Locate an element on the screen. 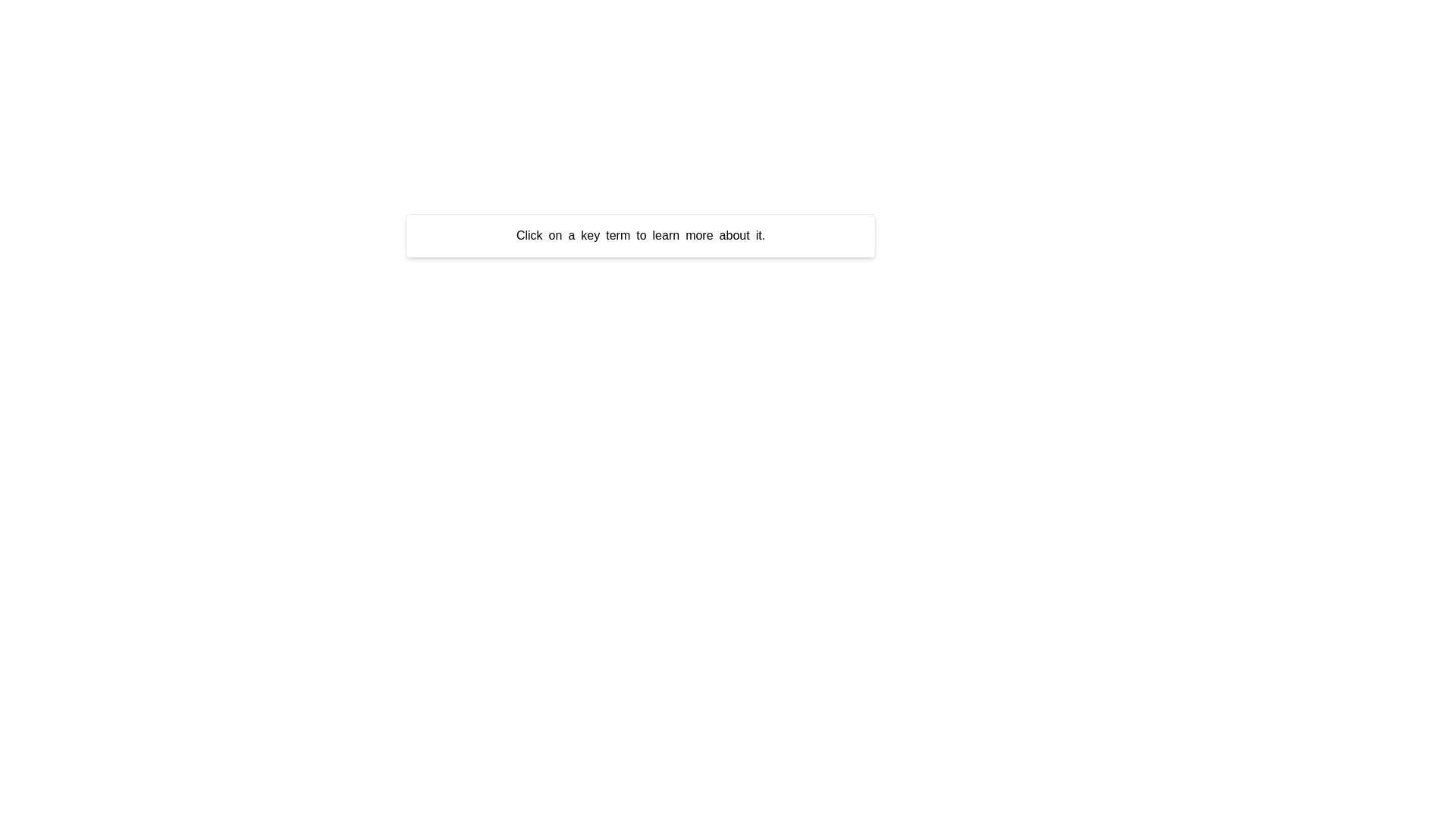 This screenshot has height=819, width=1456. the static text element labeled 'about' which has a hover effect that changes its background to yellow, positioned as the ninth word in the sentence 'Click on a key term to learn more about it.' is located at coordinates (734, 235).